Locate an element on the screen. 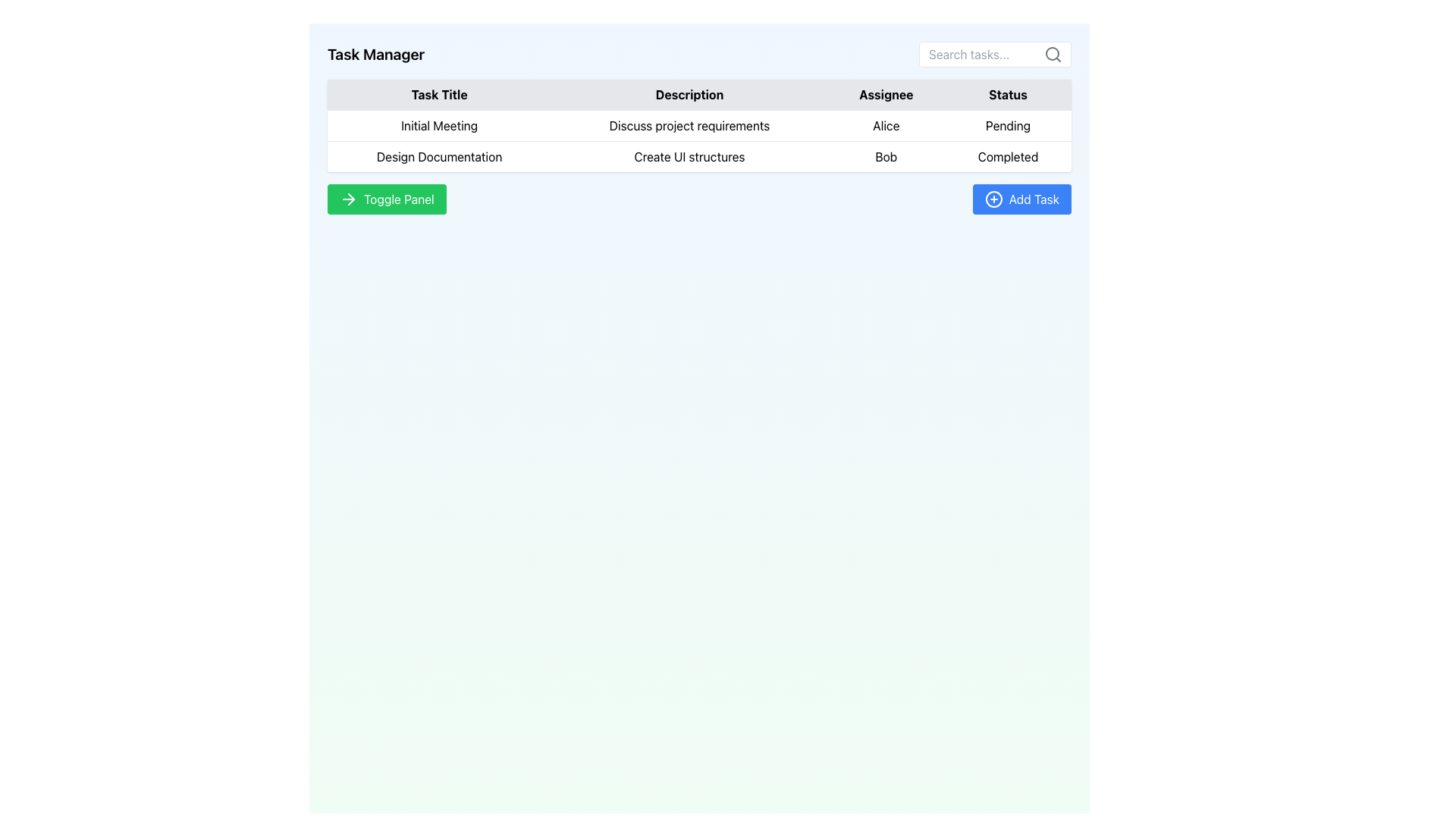 This screenshot has height=819, width=1456. the 'Task Title' text label in the header section, which is the first element in the row of column headers is located at coordinates (438, 95).